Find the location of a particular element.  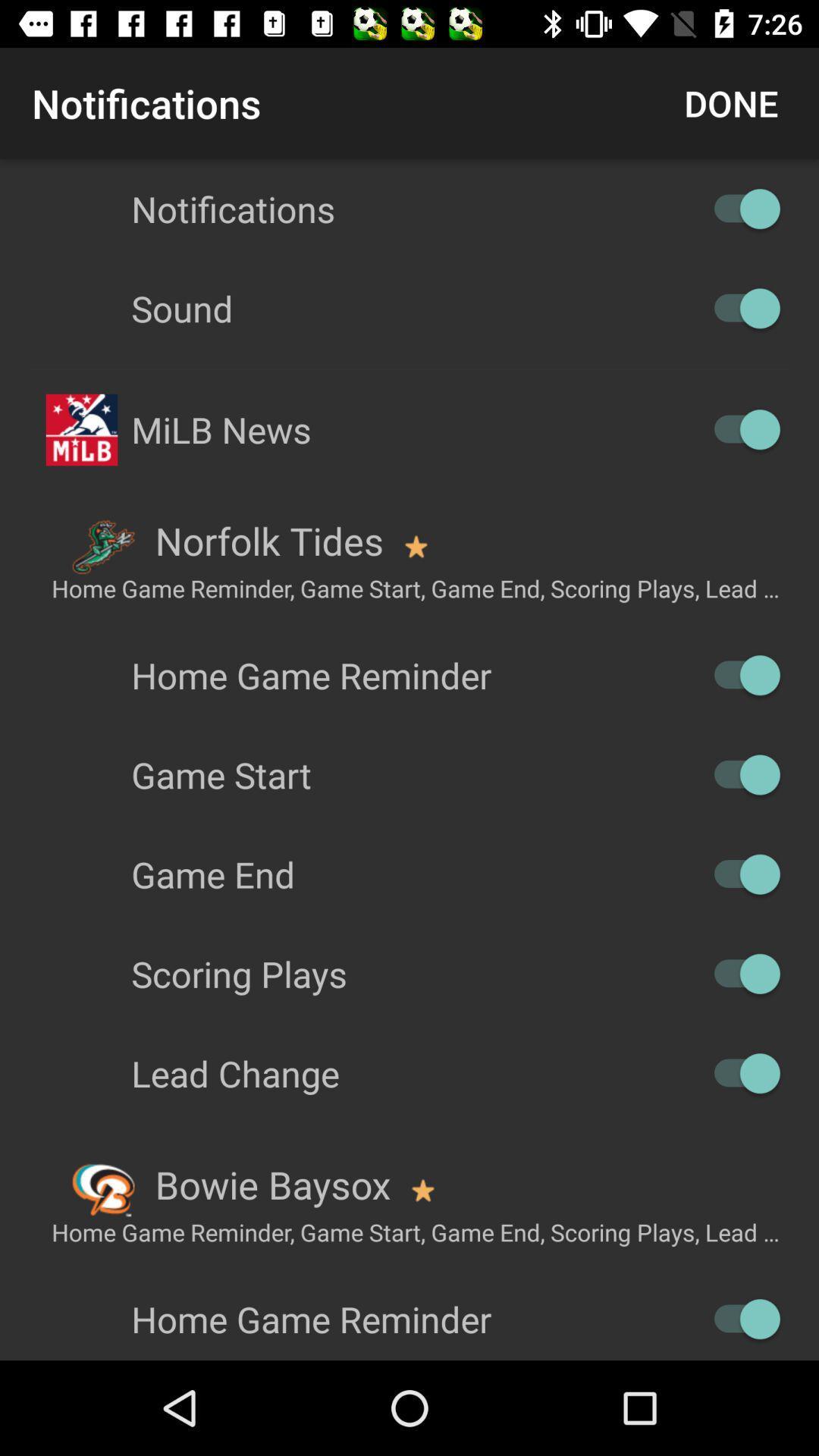

turn off scoring plays notifications is located at coordinates (739, 974).